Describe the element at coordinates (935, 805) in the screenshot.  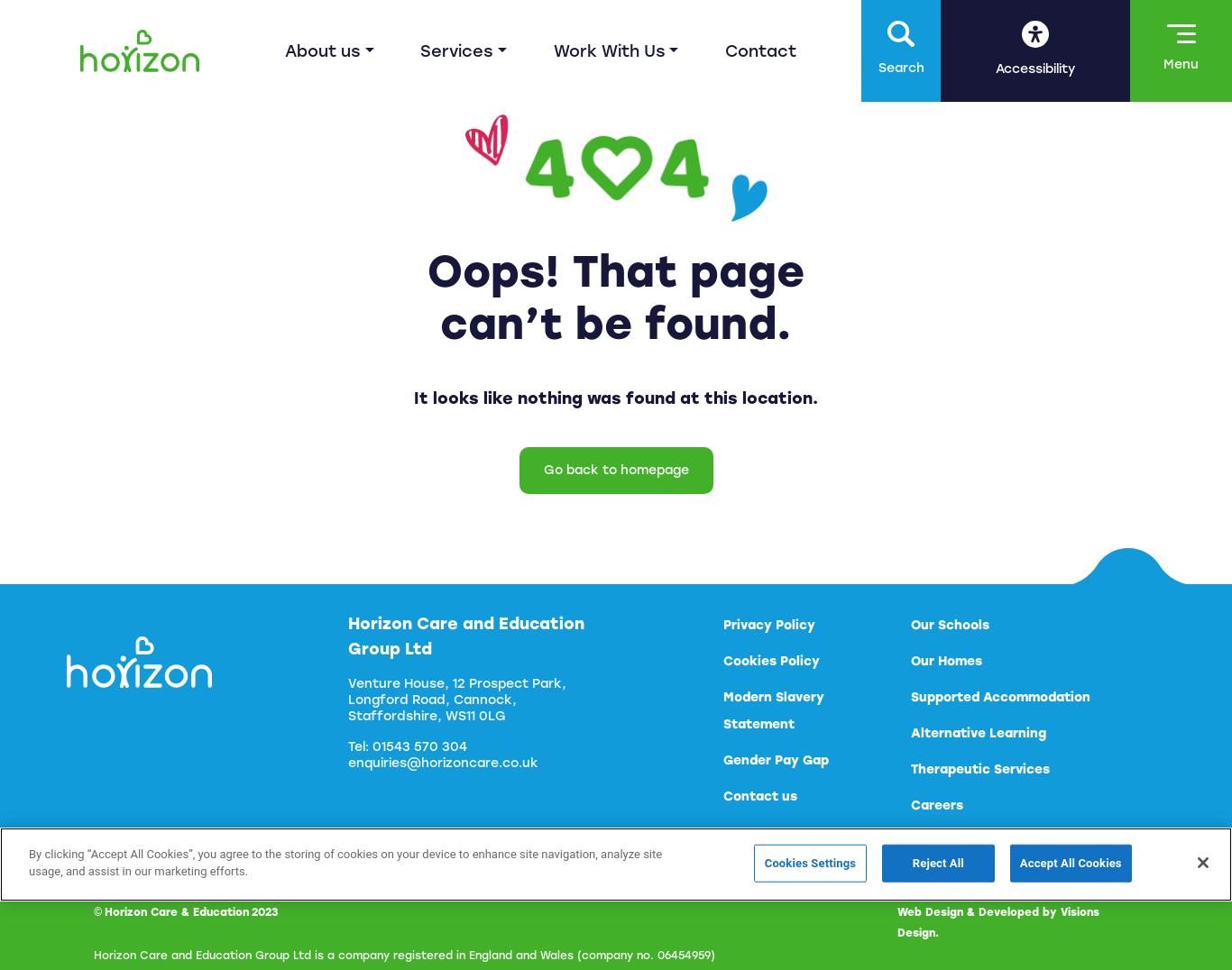
I see `'Careers'` at that location.